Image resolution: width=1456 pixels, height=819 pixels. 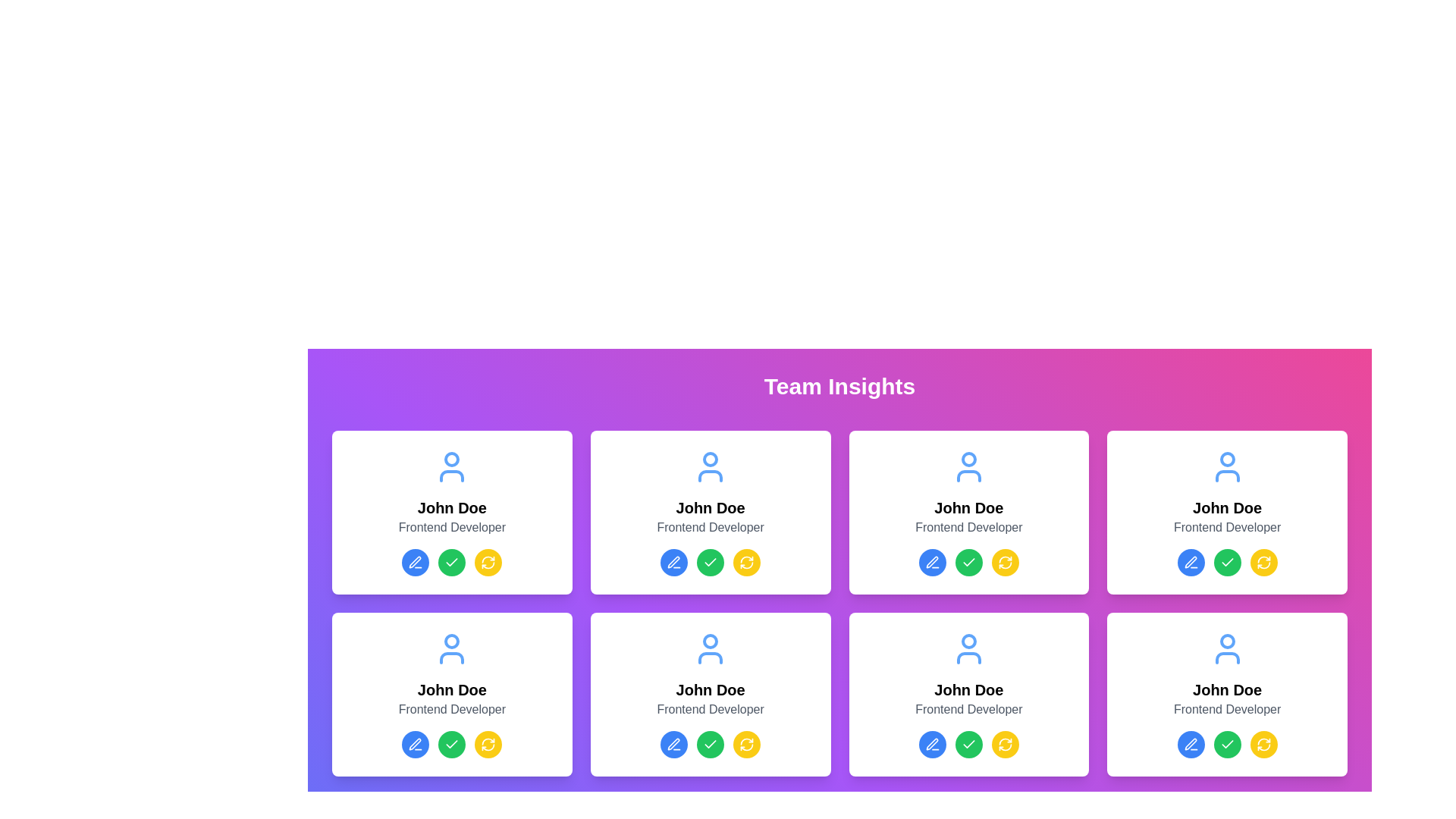 What do you see at coordinates (968, 744) in the screenshot?
I see `the circular green button with a white checkmark icon located below the text 'John Doe' and 'Frontend Developer' to trigger a tooltip or effect` at bounding box center [968, 744].